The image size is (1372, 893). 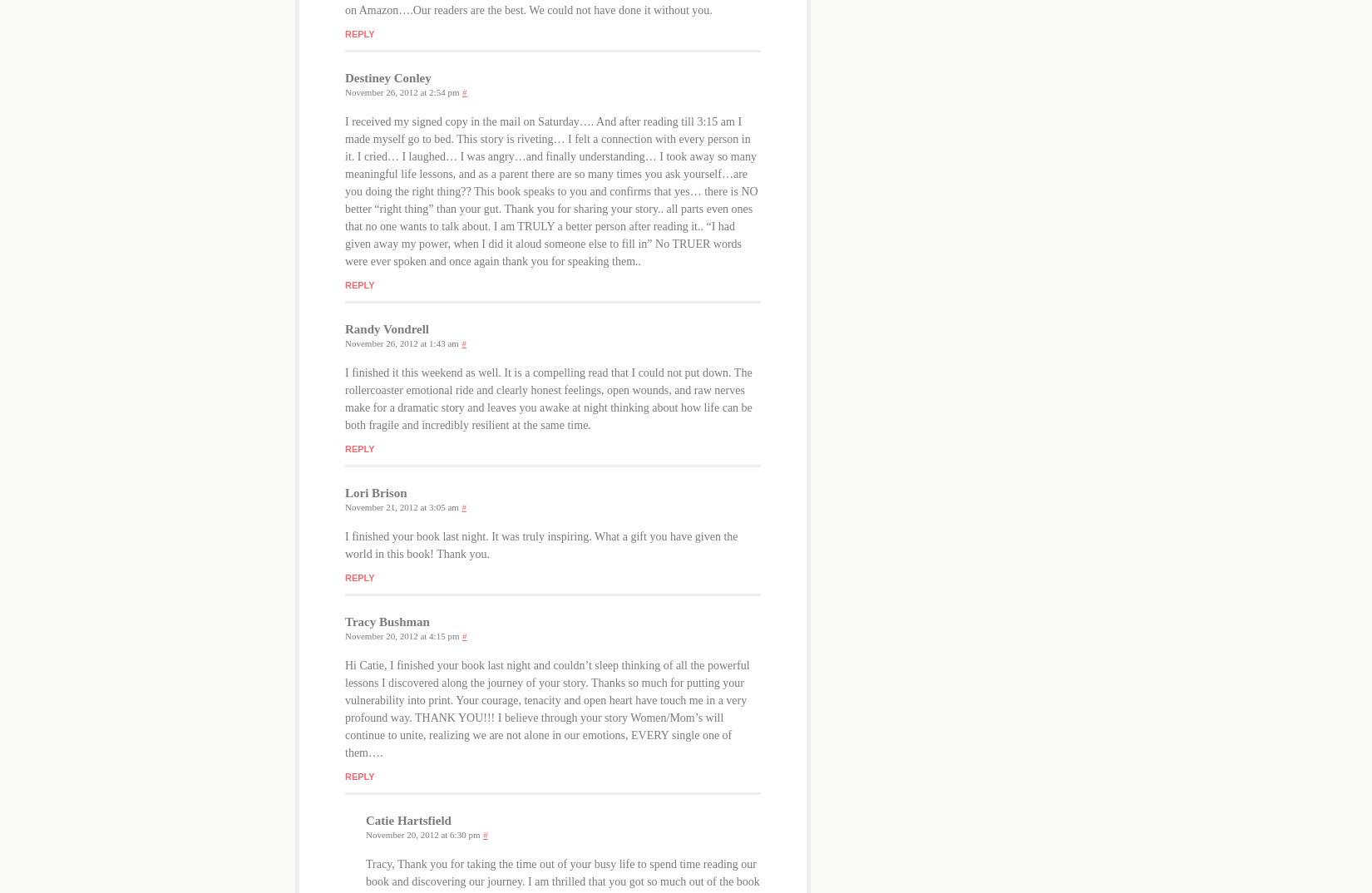 I want to click on 'November 26, 2012 at 1:43 am', so click(x=400, y=343).